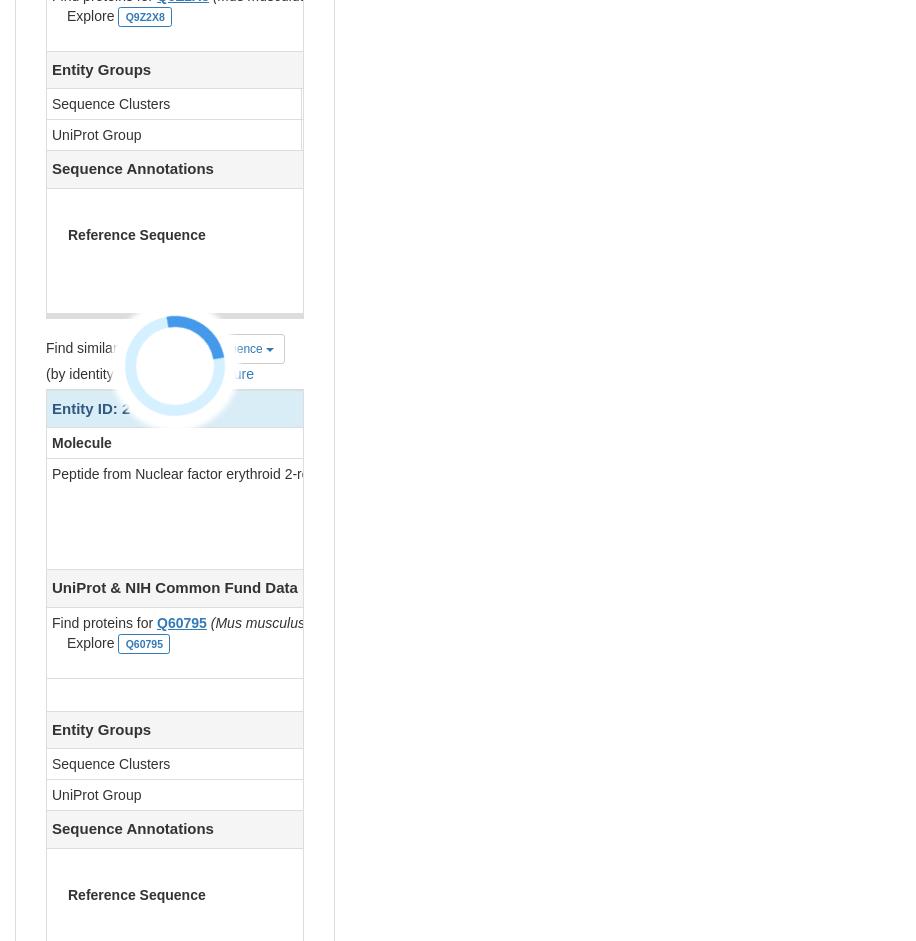 This screenshot has height=941, width=916. Describe the element at coordinates (774, 443) in the screenshot. I see `'Organism'` at that location.